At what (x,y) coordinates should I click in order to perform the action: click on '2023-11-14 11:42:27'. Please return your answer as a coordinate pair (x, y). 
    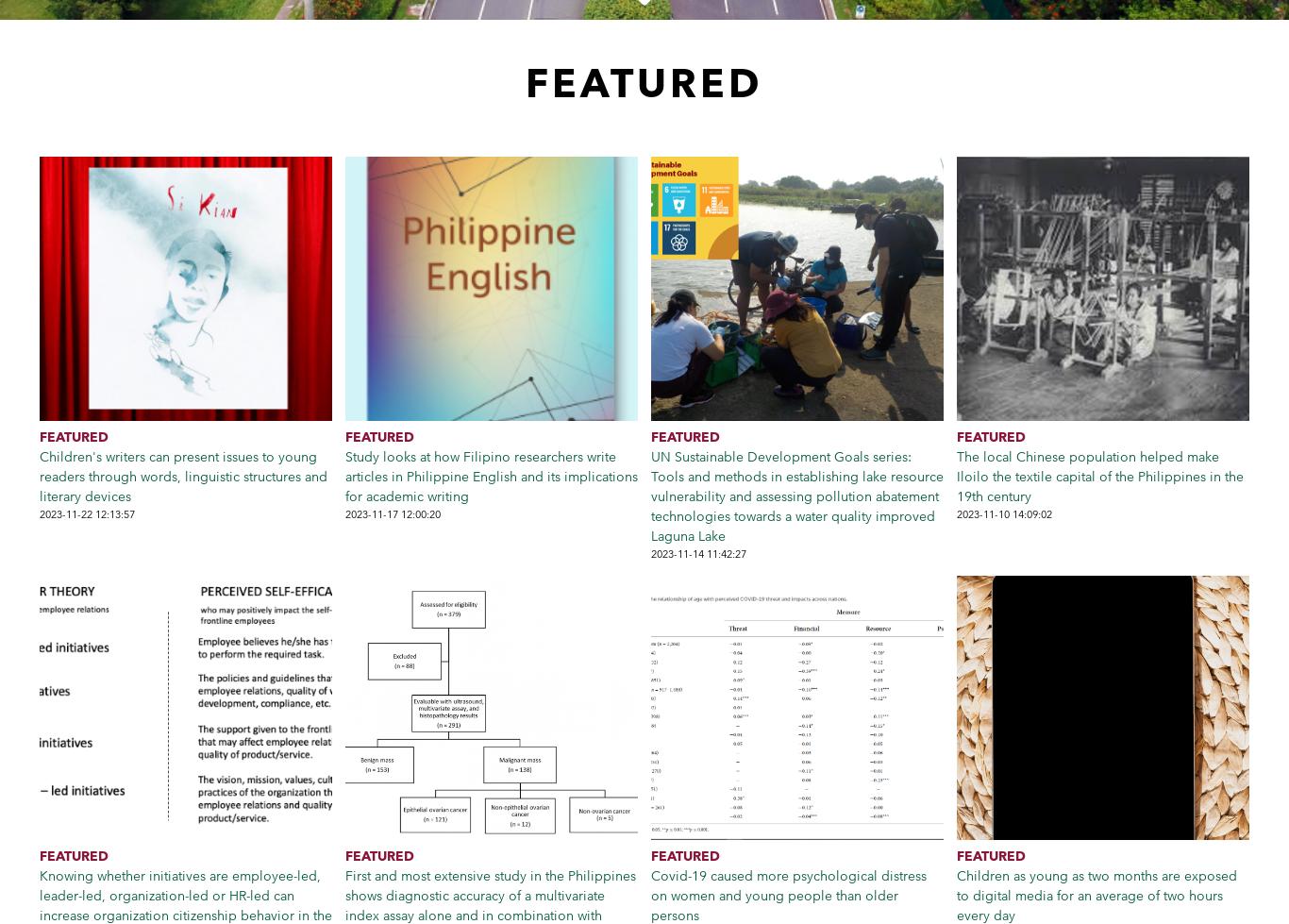
    Looking at the image, I should click on (698, 553).